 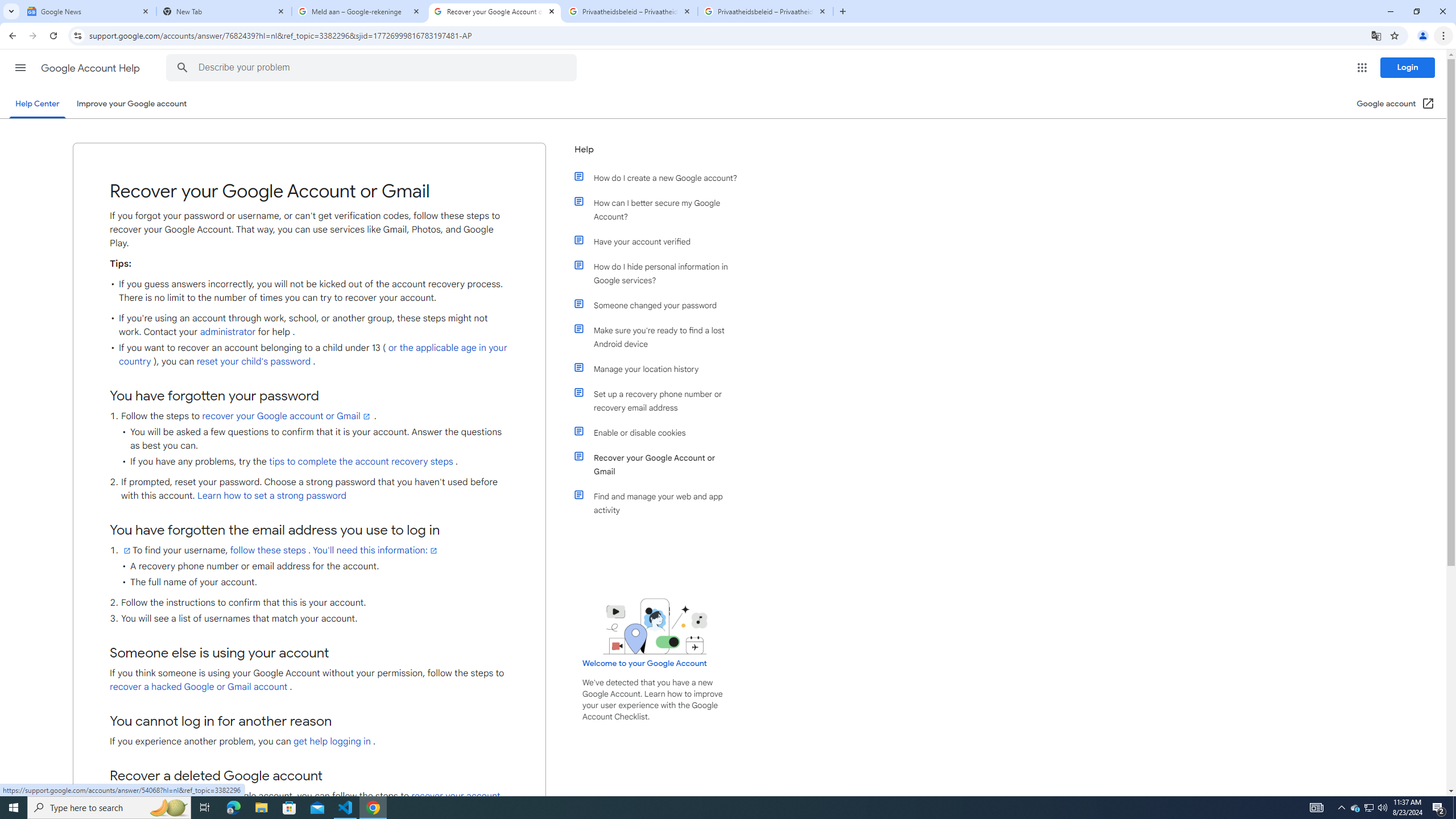 I want to click on 'Learning Center home page image', so click(x=655, y=626).